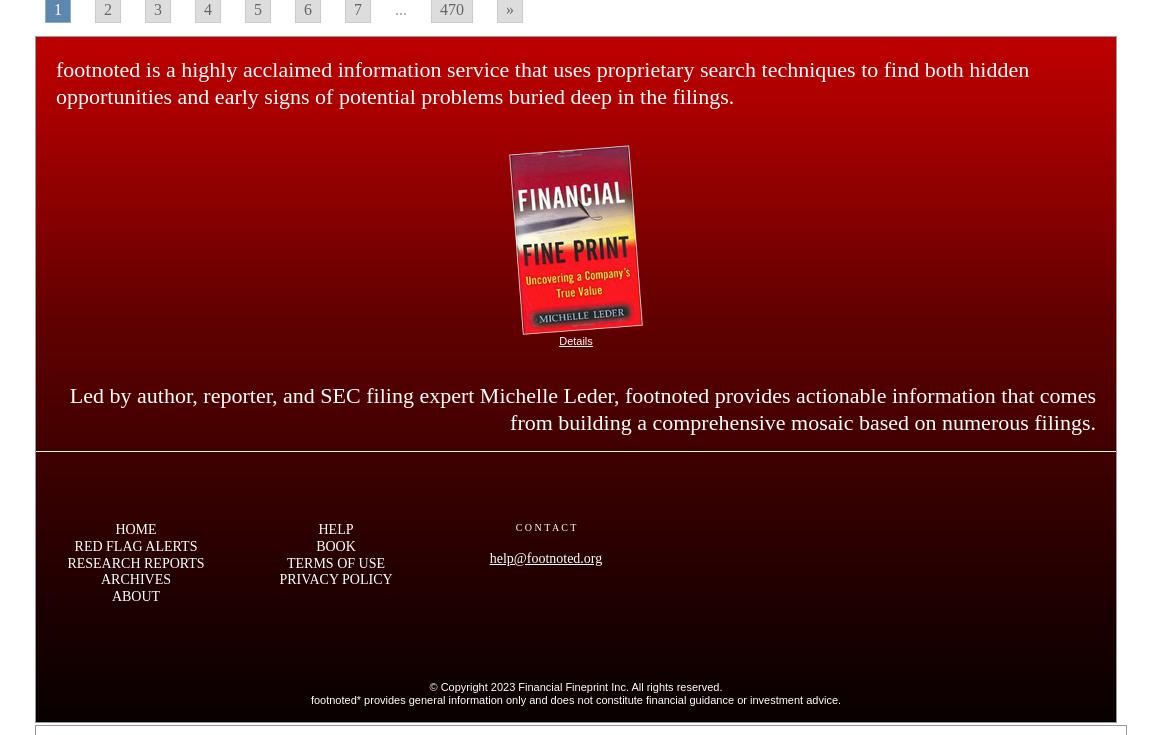 This screenshot has width=1150, height=735. I want to click on 'TERMS OF USE', so click(335, 561).